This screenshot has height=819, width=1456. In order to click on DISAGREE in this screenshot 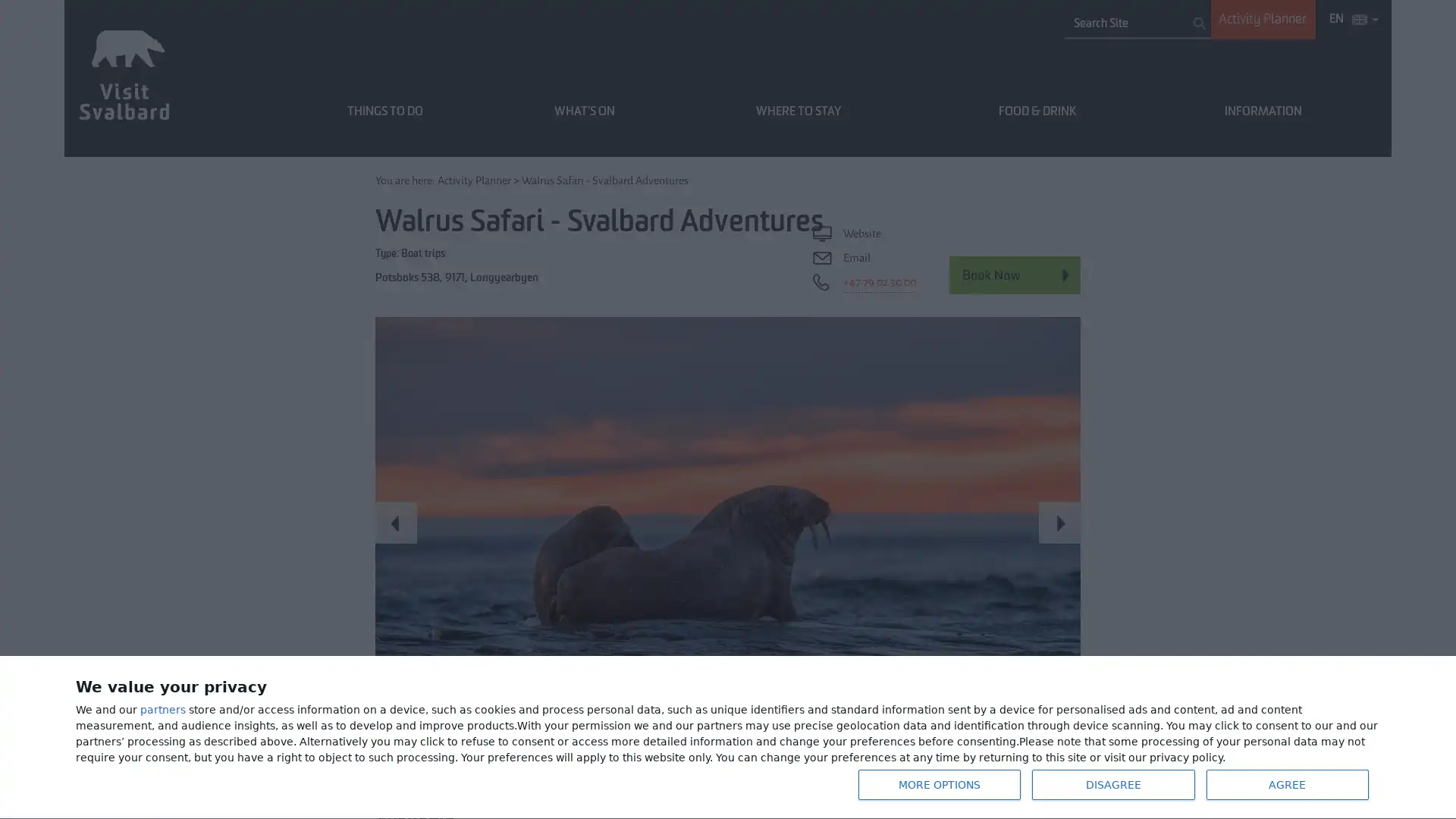, I will do `click(1113, 784)`.